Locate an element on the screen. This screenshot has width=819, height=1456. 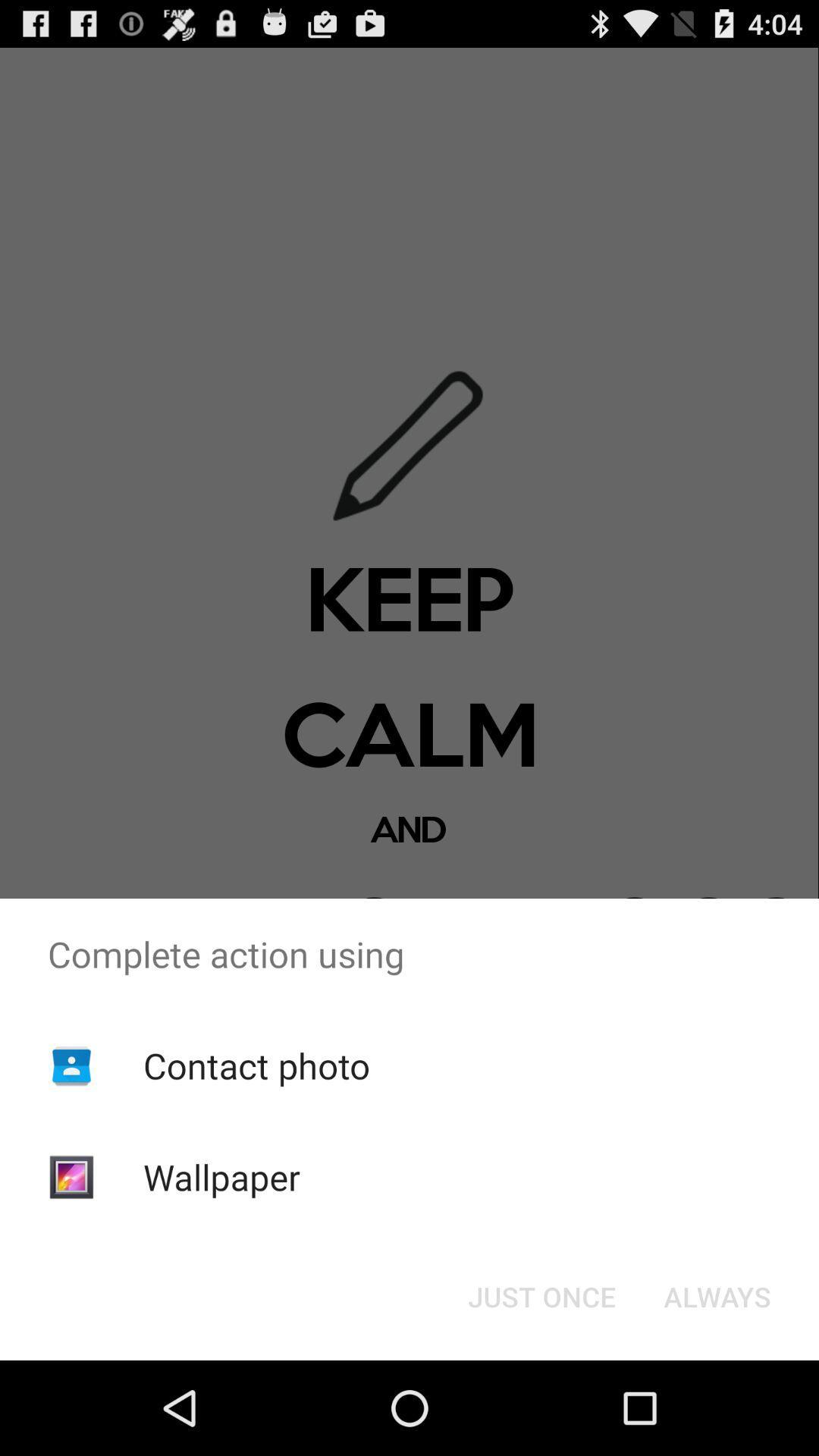
the app below the contact photo icon is located at coordinates (221, 1176).